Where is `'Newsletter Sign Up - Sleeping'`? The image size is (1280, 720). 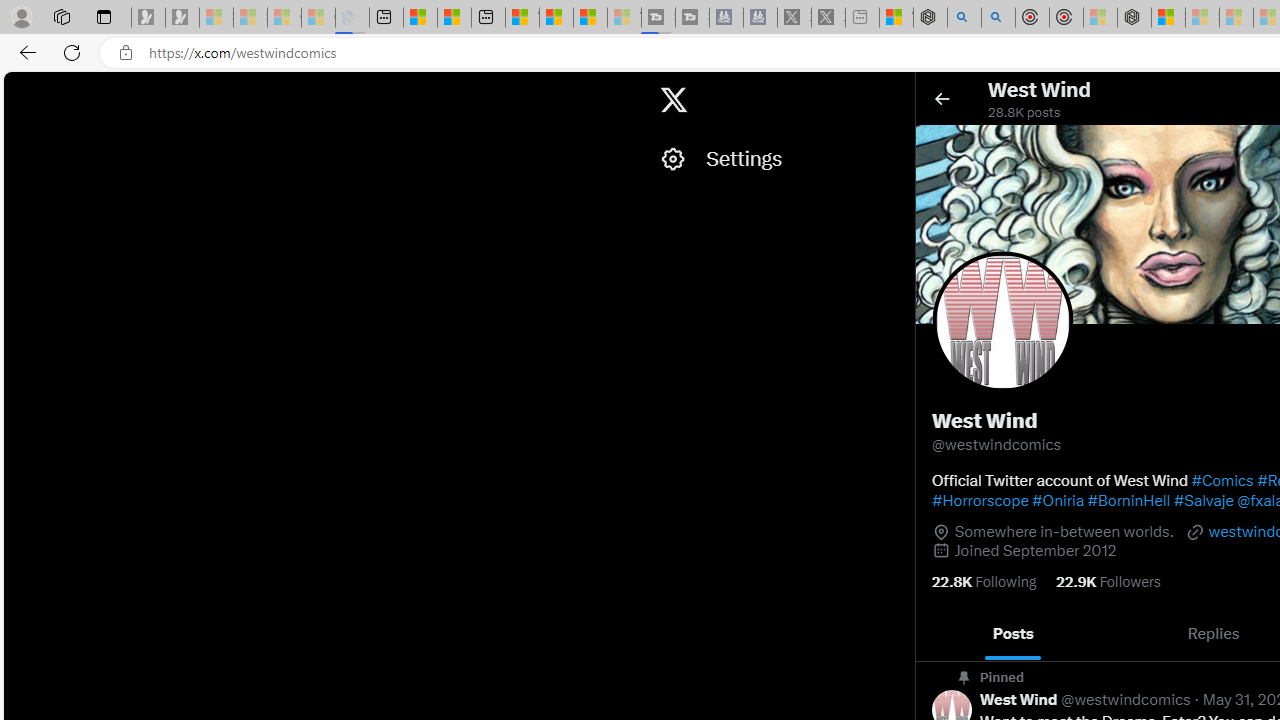
'Newsletter Sign Up - Sleeping' is located at coordinates (182, 17).